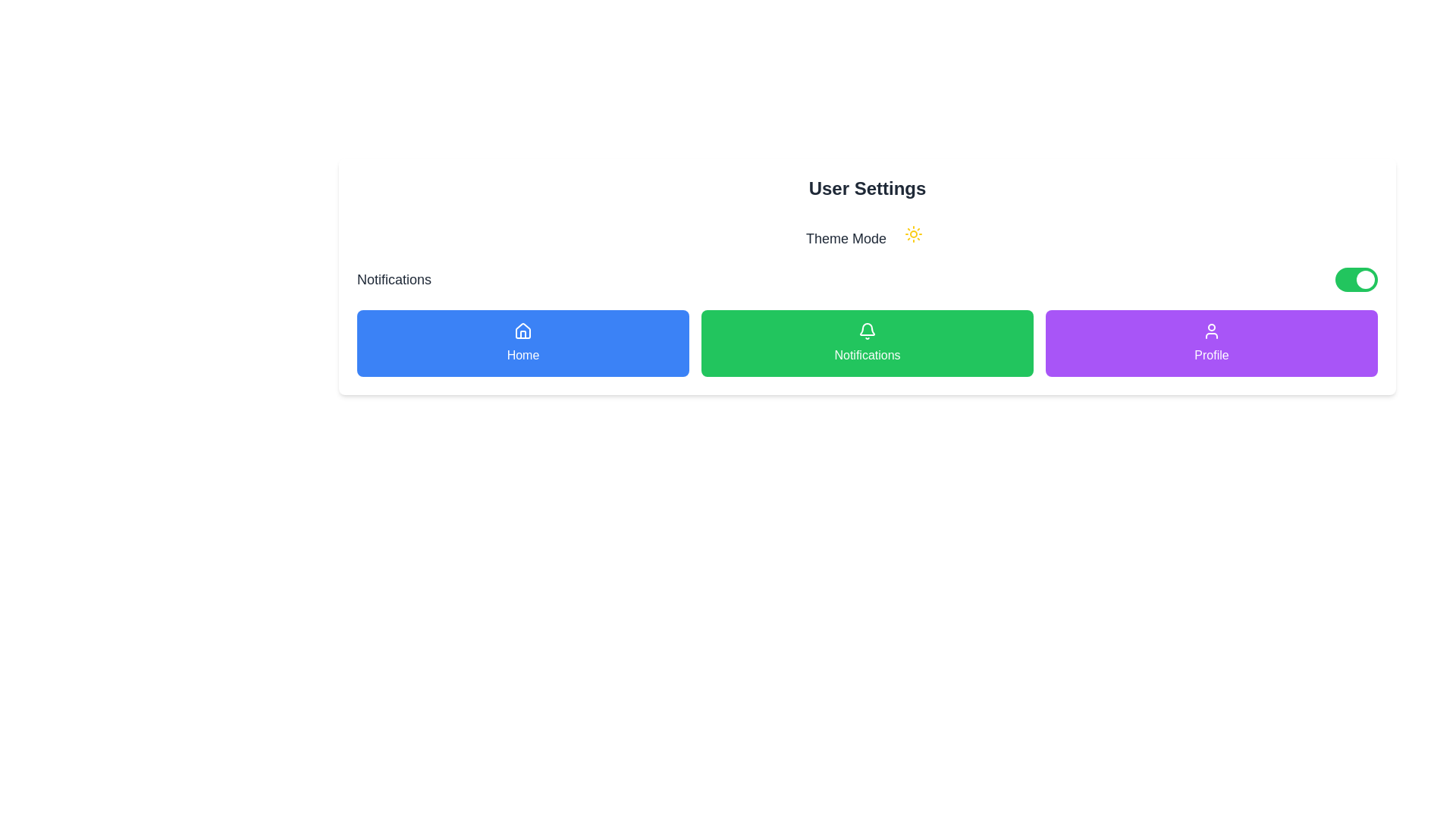 This screenshot has height=819, width=1456. What do you see at coordinates (523, 330) in the screenshot?
I see `the 'Home' icon on the blue rectangular button located on the leftmost side of the navigation menu to possibly see a tooltip` at bounding box center [523, 330].